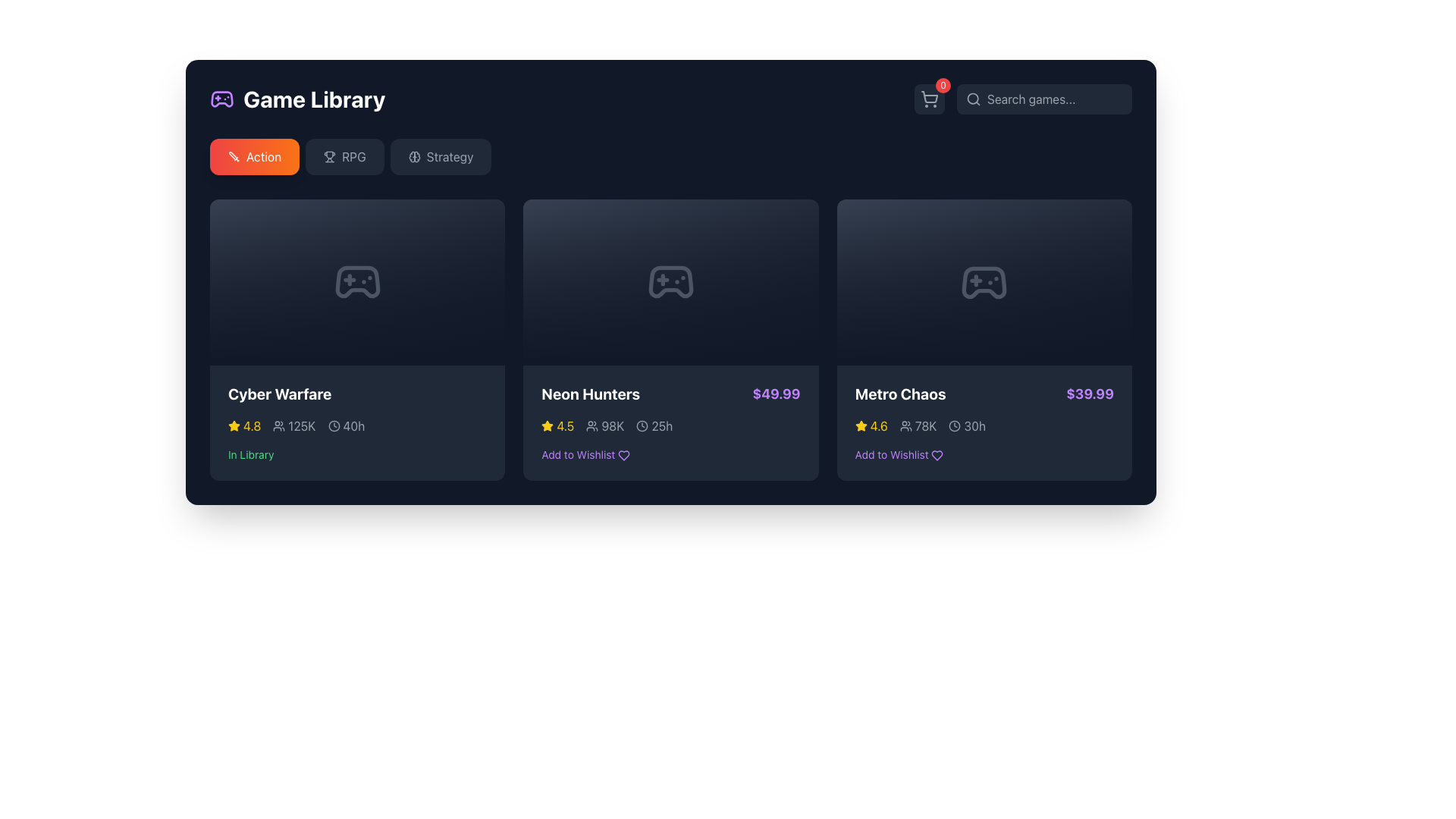 The width and height of the screenshot is (1456, 819). I want to click on the Iconographic graphic element located at the top-left corner of the interface, adjacent to the title 'Game Library', so click(417, 157).